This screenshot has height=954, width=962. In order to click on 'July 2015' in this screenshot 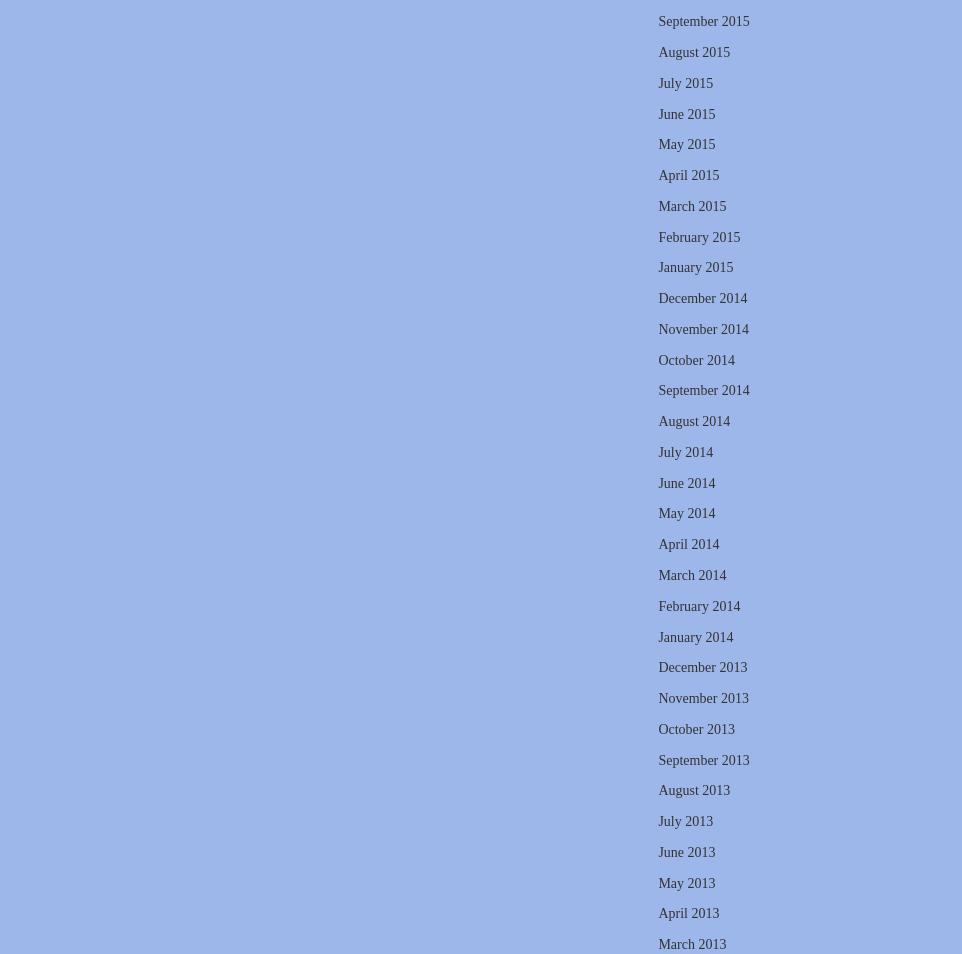, I will do `click(684, 81)`.